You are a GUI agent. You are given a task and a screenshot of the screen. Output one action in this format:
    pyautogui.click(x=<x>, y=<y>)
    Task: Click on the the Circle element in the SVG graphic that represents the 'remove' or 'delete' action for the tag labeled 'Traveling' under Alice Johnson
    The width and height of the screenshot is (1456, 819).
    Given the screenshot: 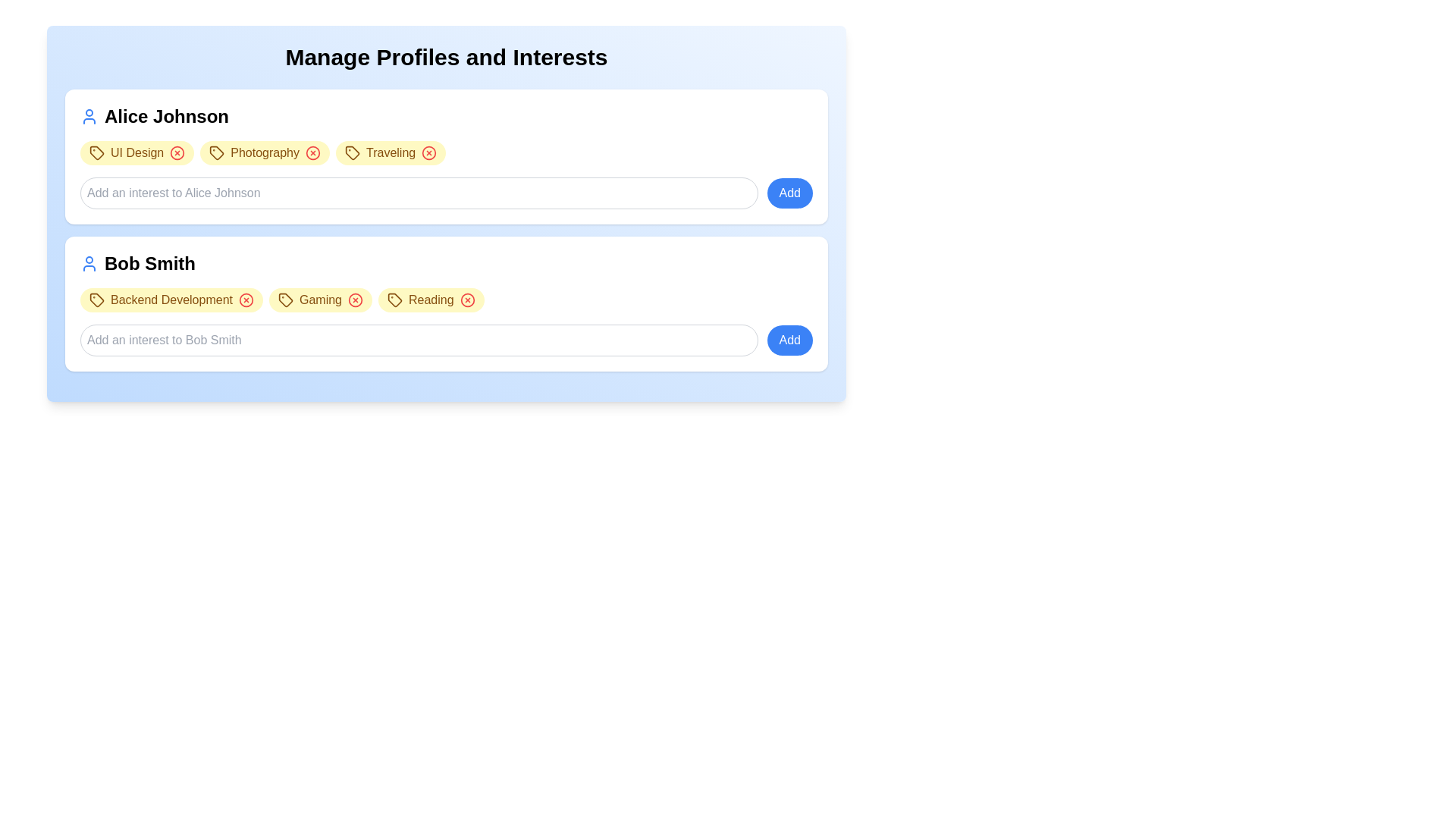 What is the action you would take?
    pyautogui.click(x=428, y=152)
    